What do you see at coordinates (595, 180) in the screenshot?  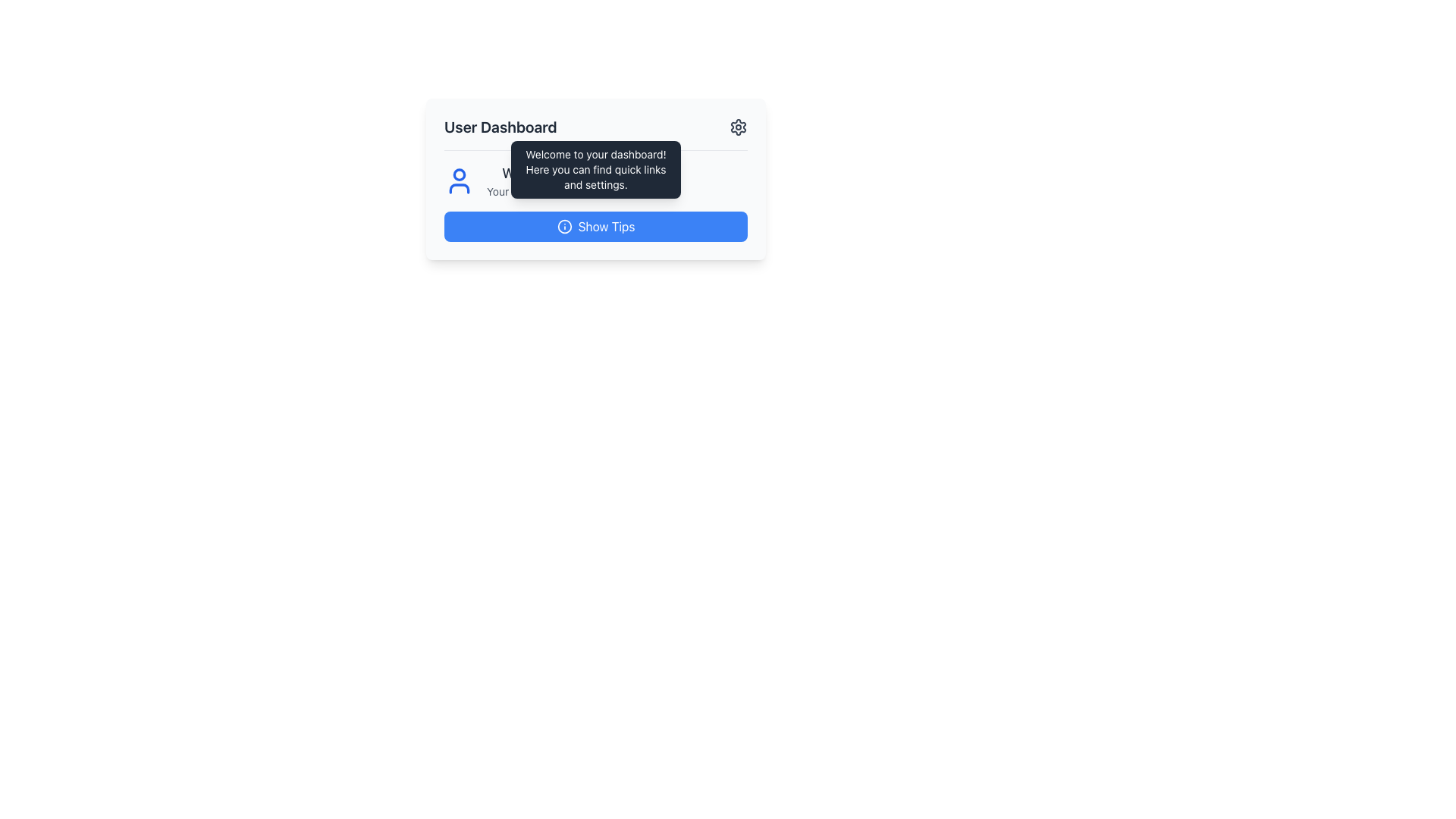 I see `the Text and Icon Group Section that displays a personalized greeting and last login information, located in the User Dashboard below the header and above the Show Tips button` at bounding box center [595, 180].